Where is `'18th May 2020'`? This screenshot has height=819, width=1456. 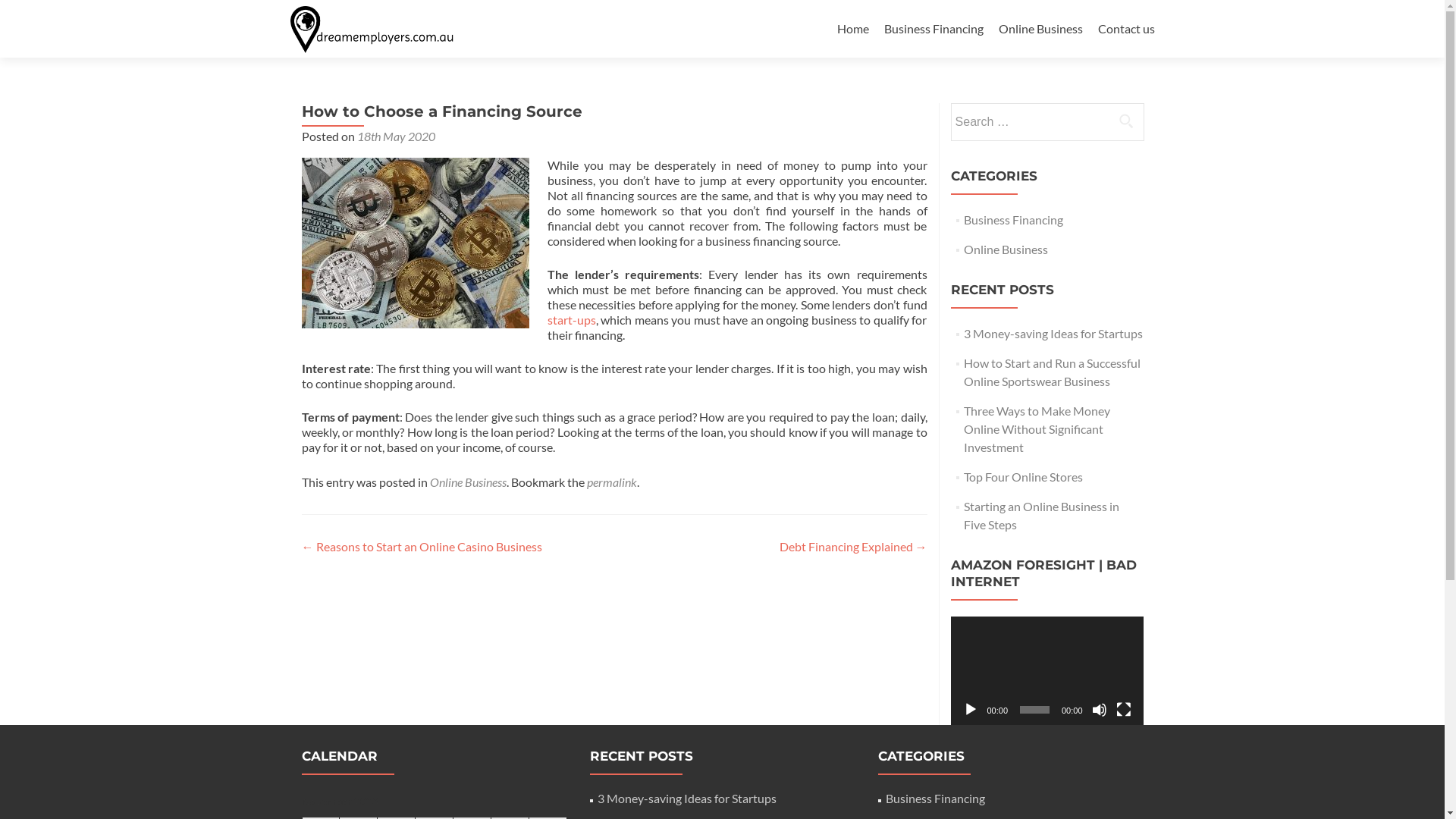
'18th May 2020' is located at coordinates (395, 135).